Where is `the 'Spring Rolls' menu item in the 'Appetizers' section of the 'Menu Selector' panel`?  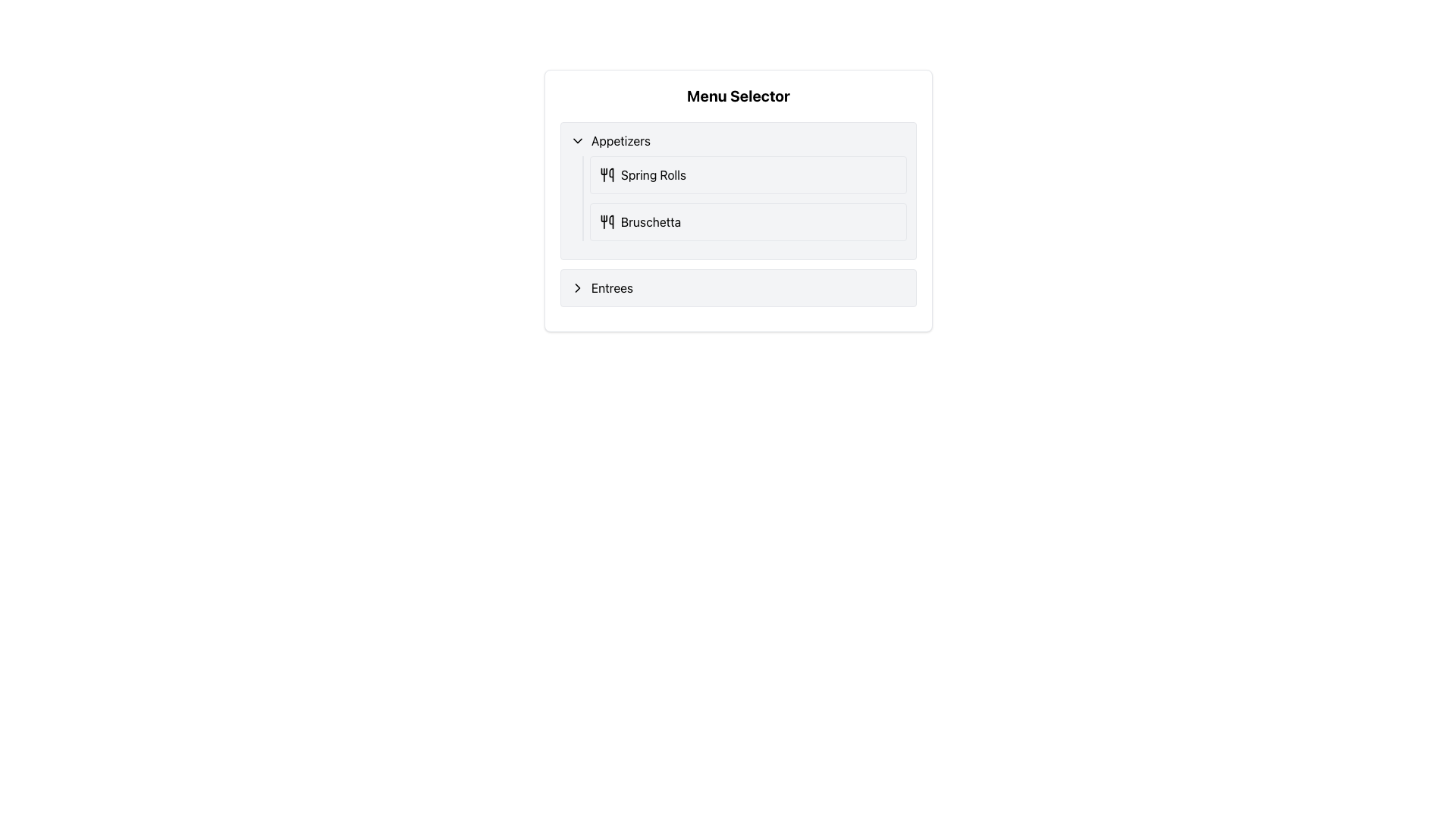 the 'Spring Rolls' menu item in the 'Appetizers' section of the 'Menu Selector' panel is located at coordinates (748, 198).